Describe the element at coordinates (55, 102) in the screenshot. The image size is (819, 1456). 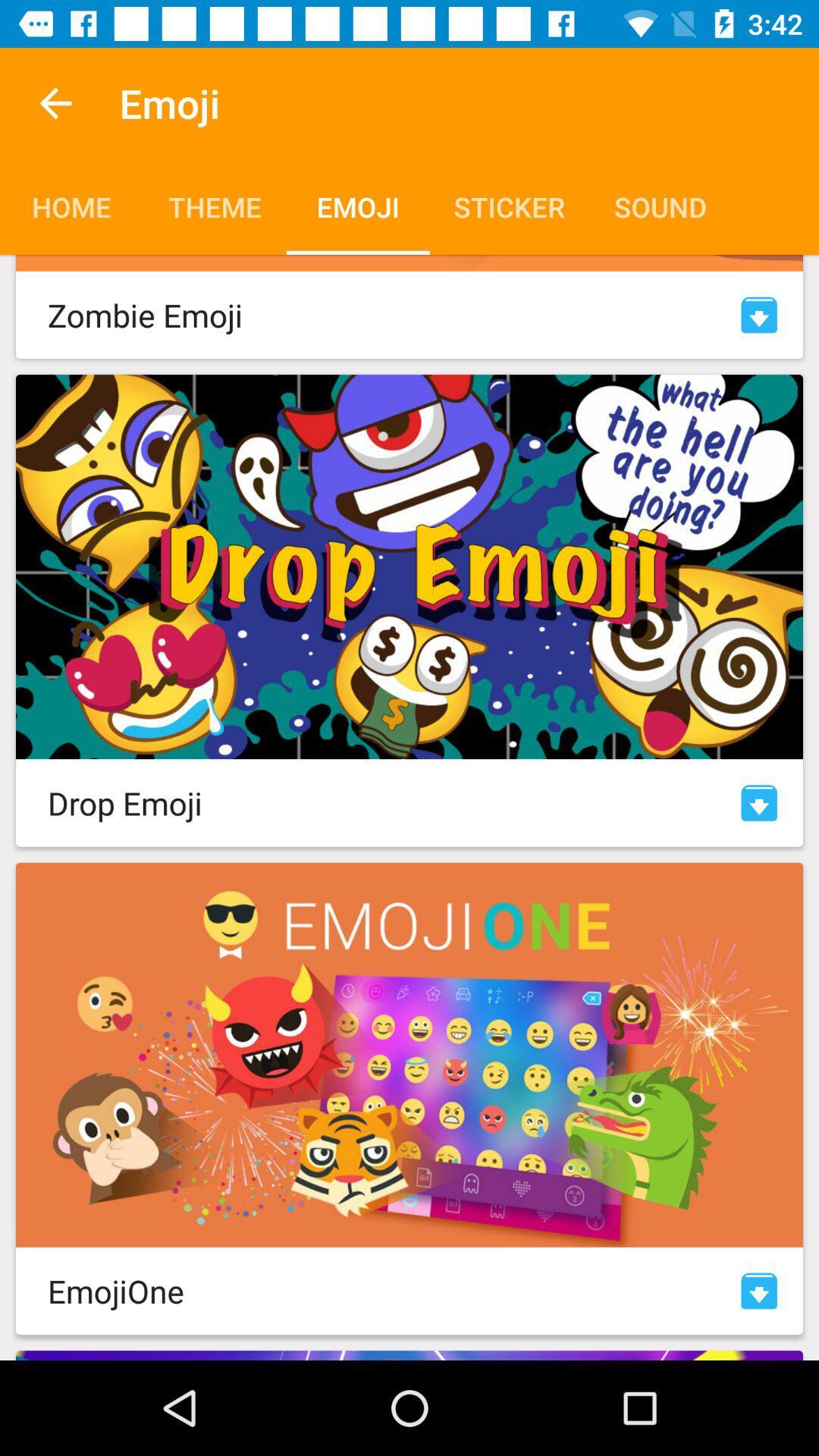
I see `item above the home icon` at that location.